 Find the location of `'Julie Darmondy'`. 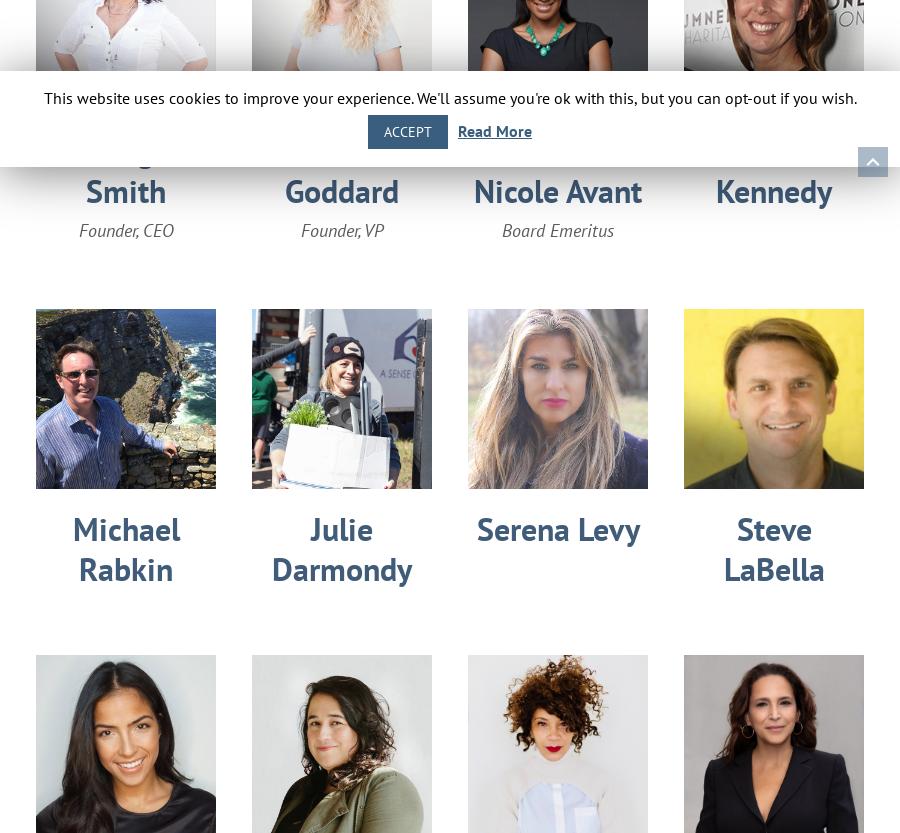

'Julie Darmondy' is located at coordinates (342, 548).